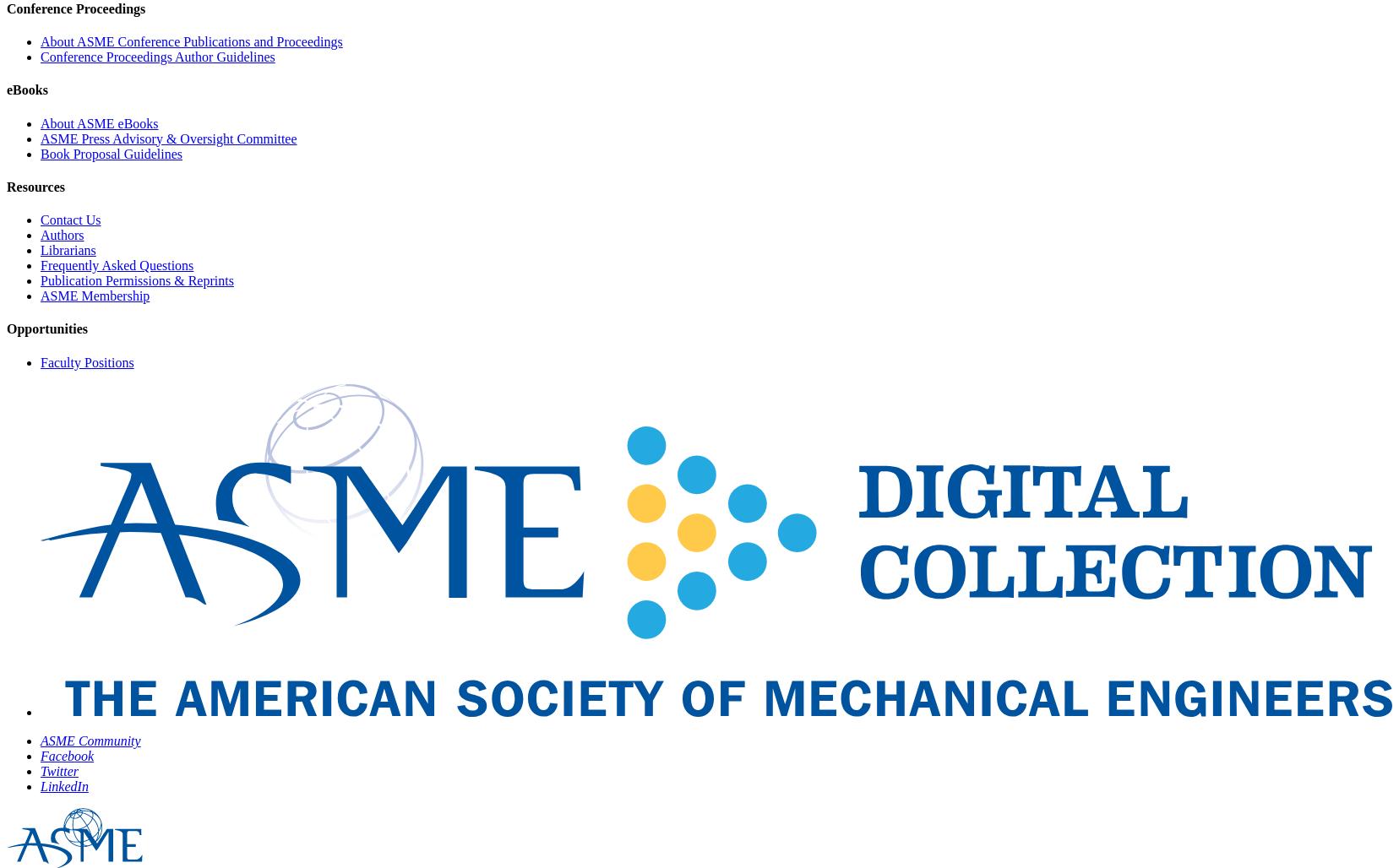 This screenshot has width=1399, height=868. Describe the element at coordinates (40, 138) in the screenshot. I see `'ASME Press Advisory & Oversight Committee'` at that location.